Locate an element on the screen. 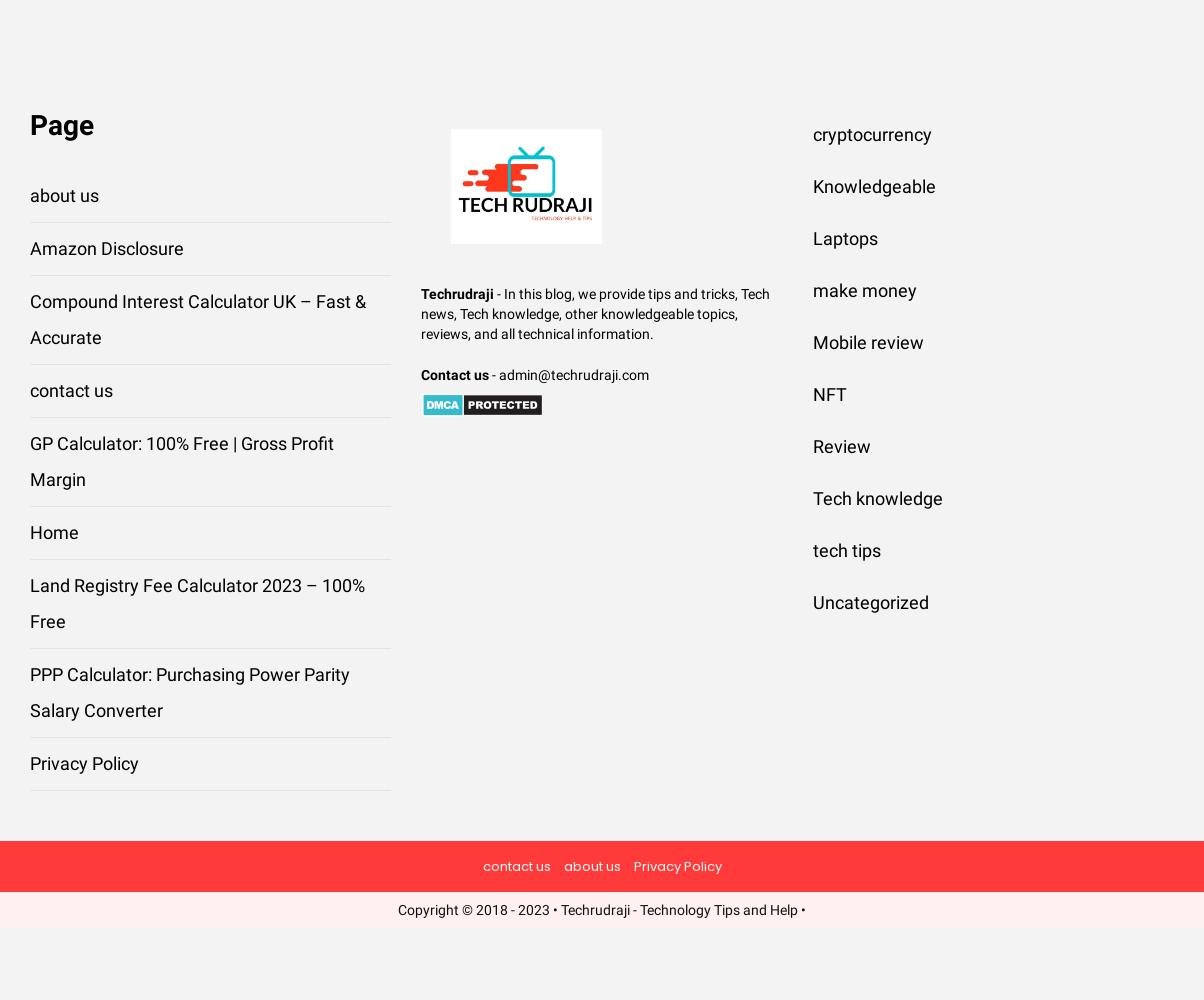  'Home' is located at coordinates (54, 532).